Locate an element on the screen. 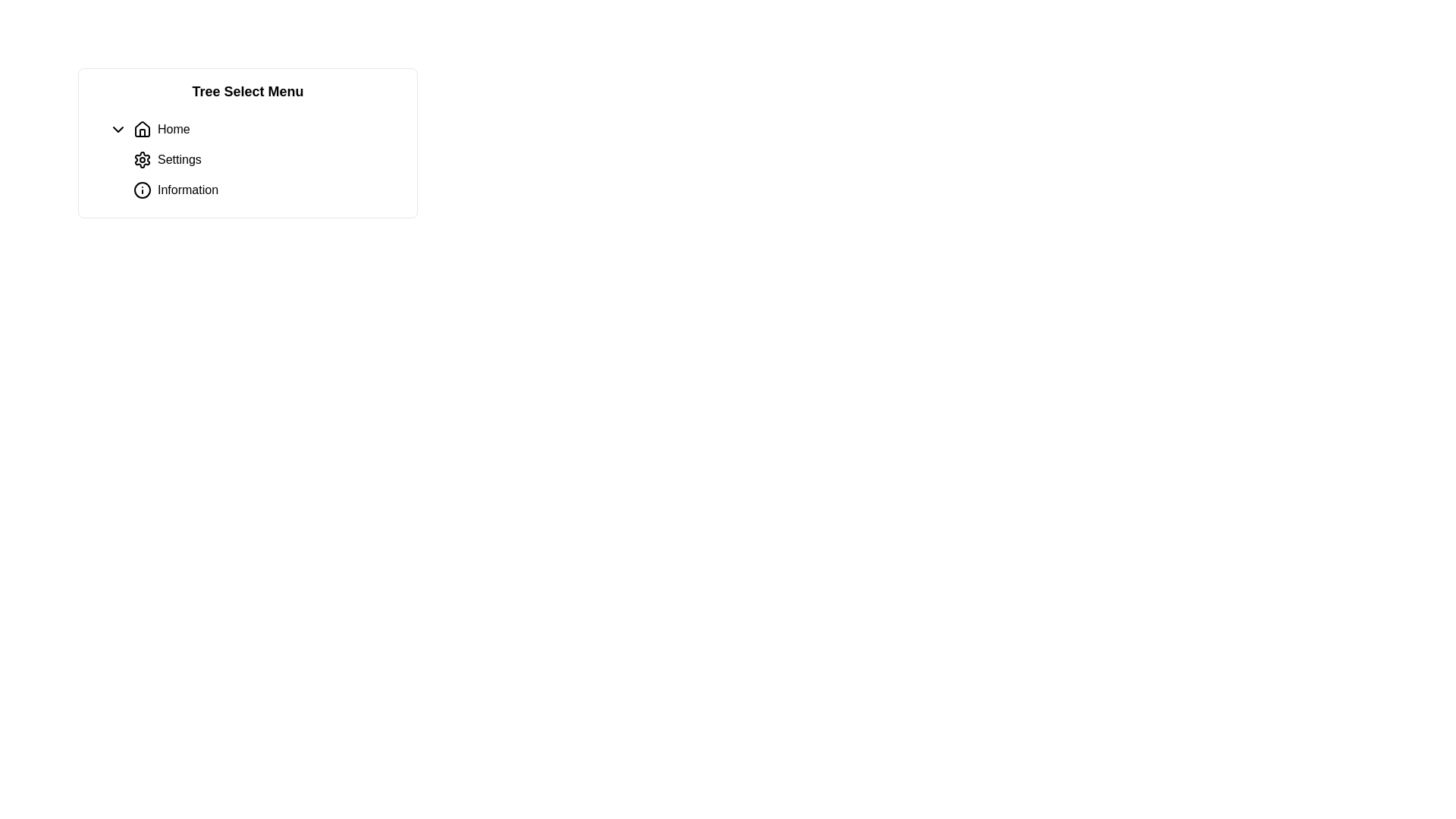  the information icon, which is a circular icon with a black border and an 'i' symbol, located to the left of the 'Information' text label in the tree menu structure is located at coordinates (142, 189).